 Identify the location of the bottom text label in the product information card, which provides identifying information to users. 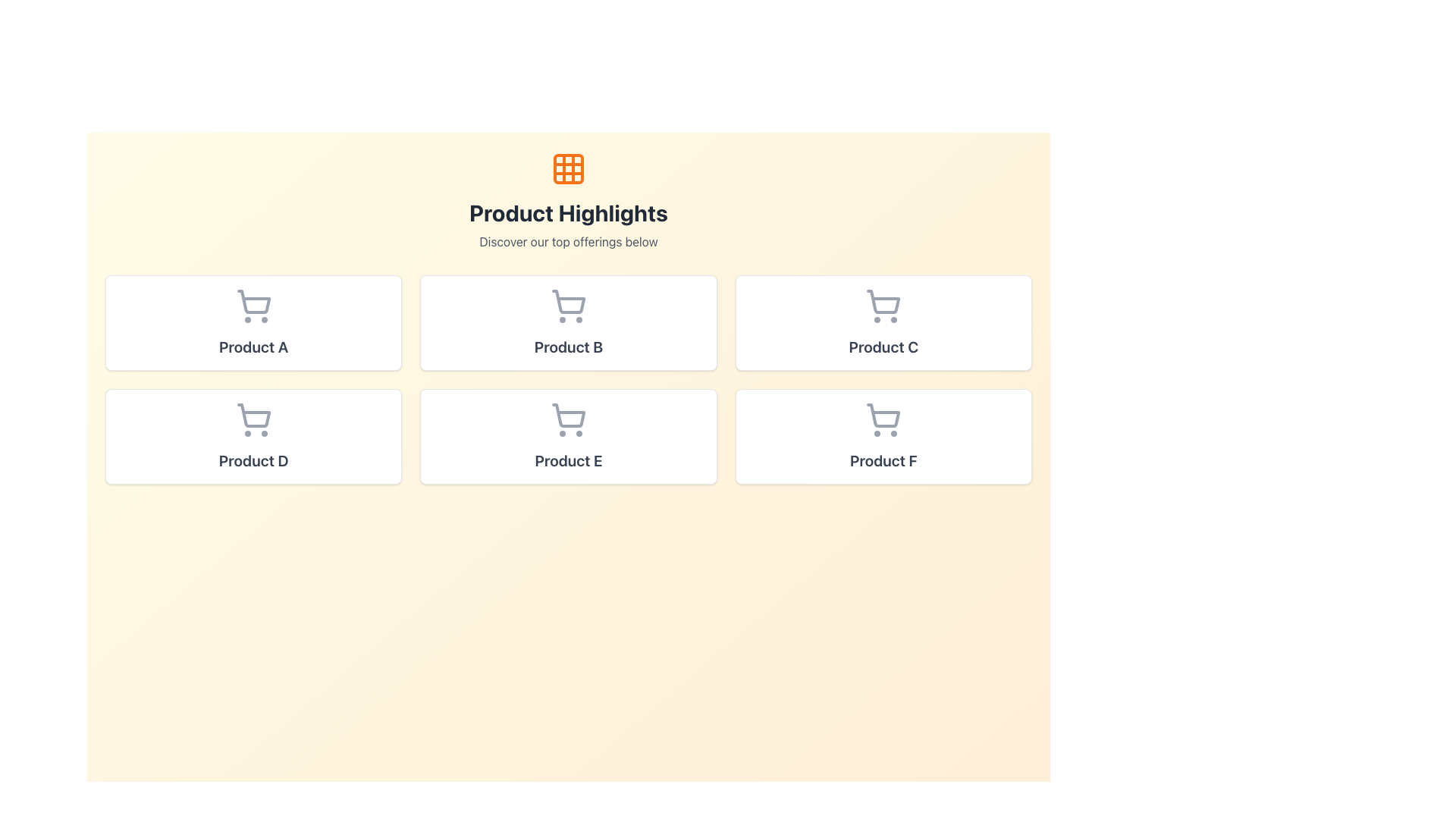
(253, 460).